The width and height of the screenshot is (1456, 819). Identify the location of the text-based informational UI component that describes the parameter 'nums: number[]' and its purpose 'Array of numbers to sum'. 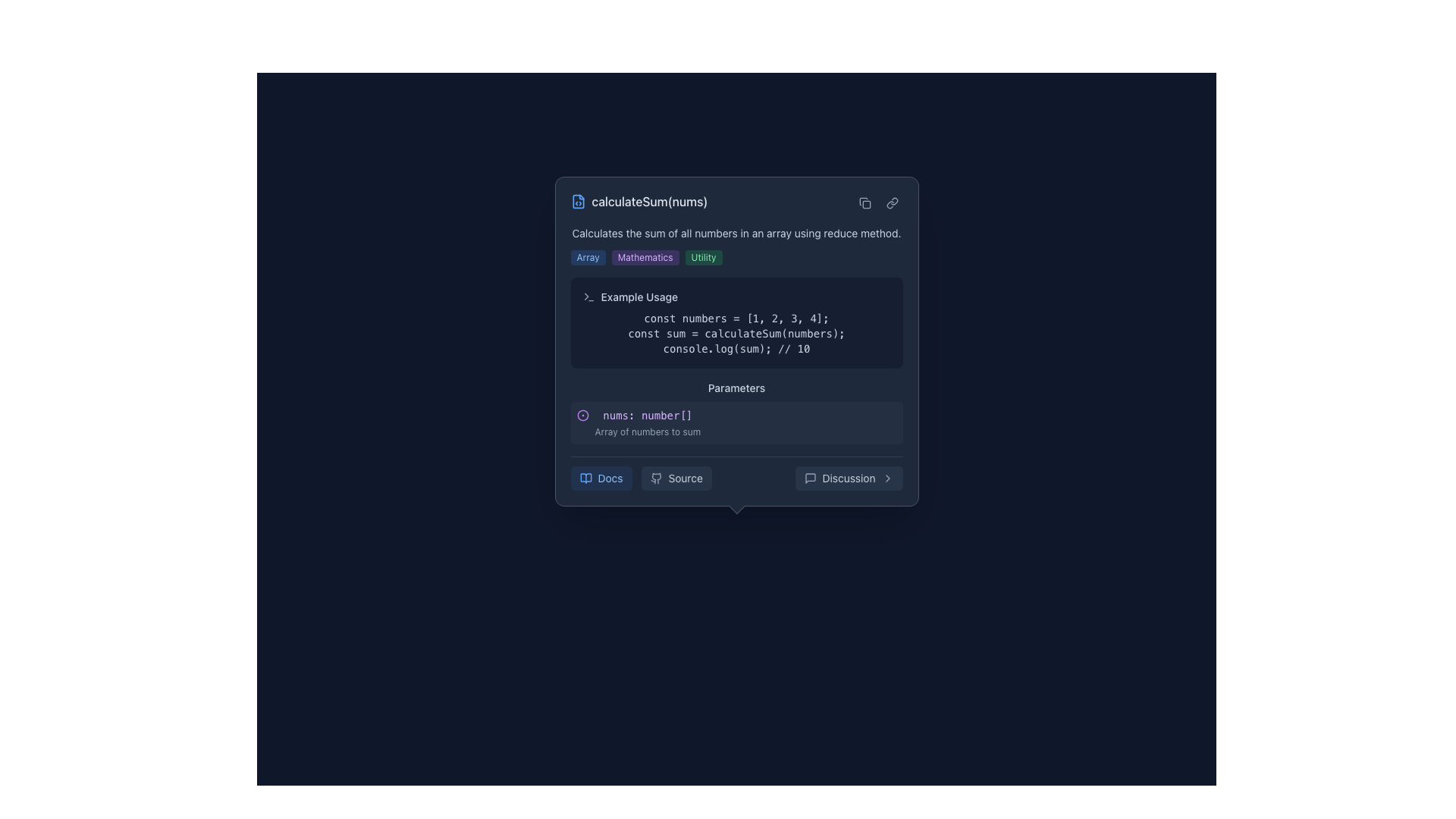
(648, 423).